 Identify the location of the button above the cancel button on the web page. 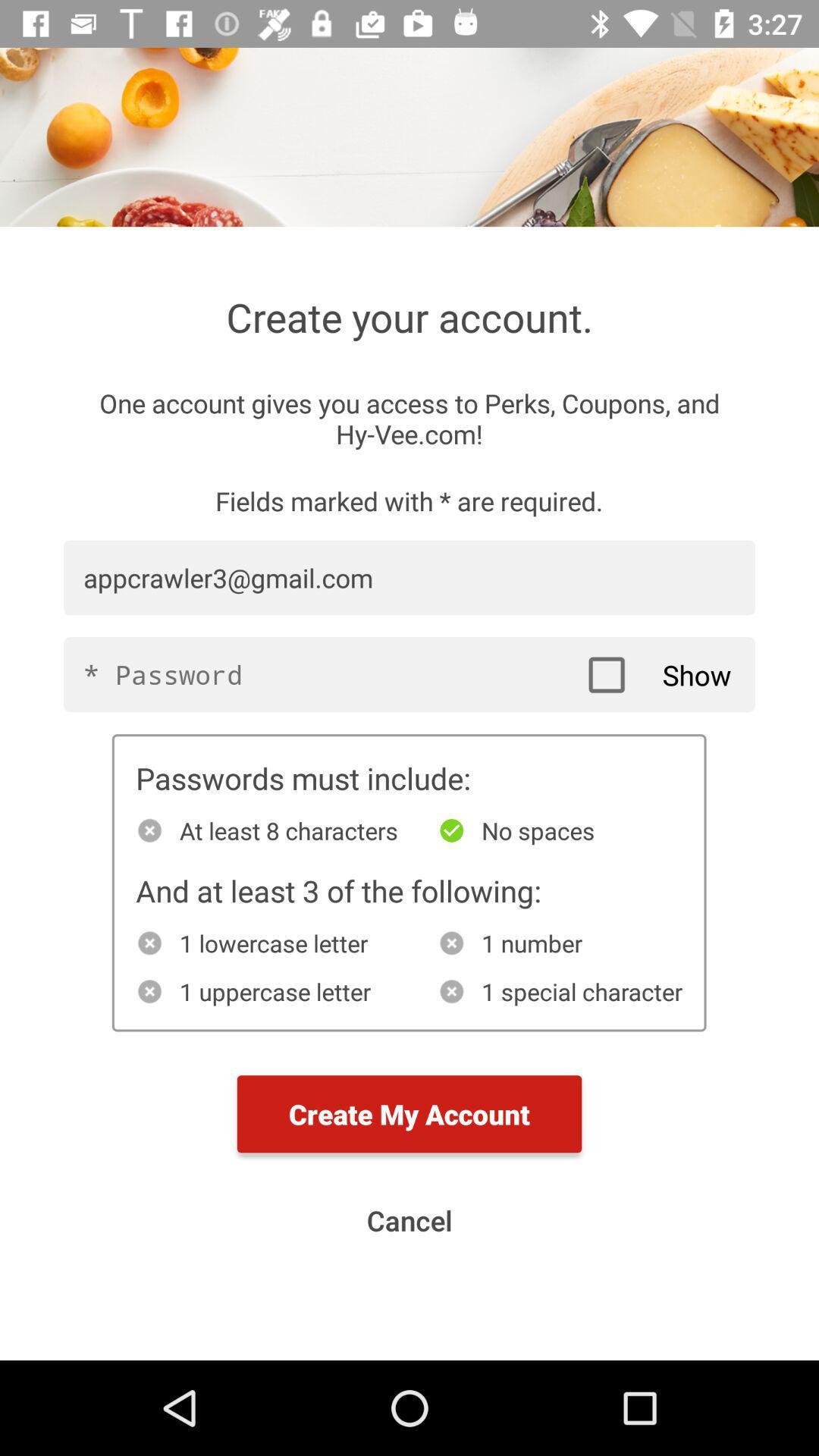
(409, 1114).